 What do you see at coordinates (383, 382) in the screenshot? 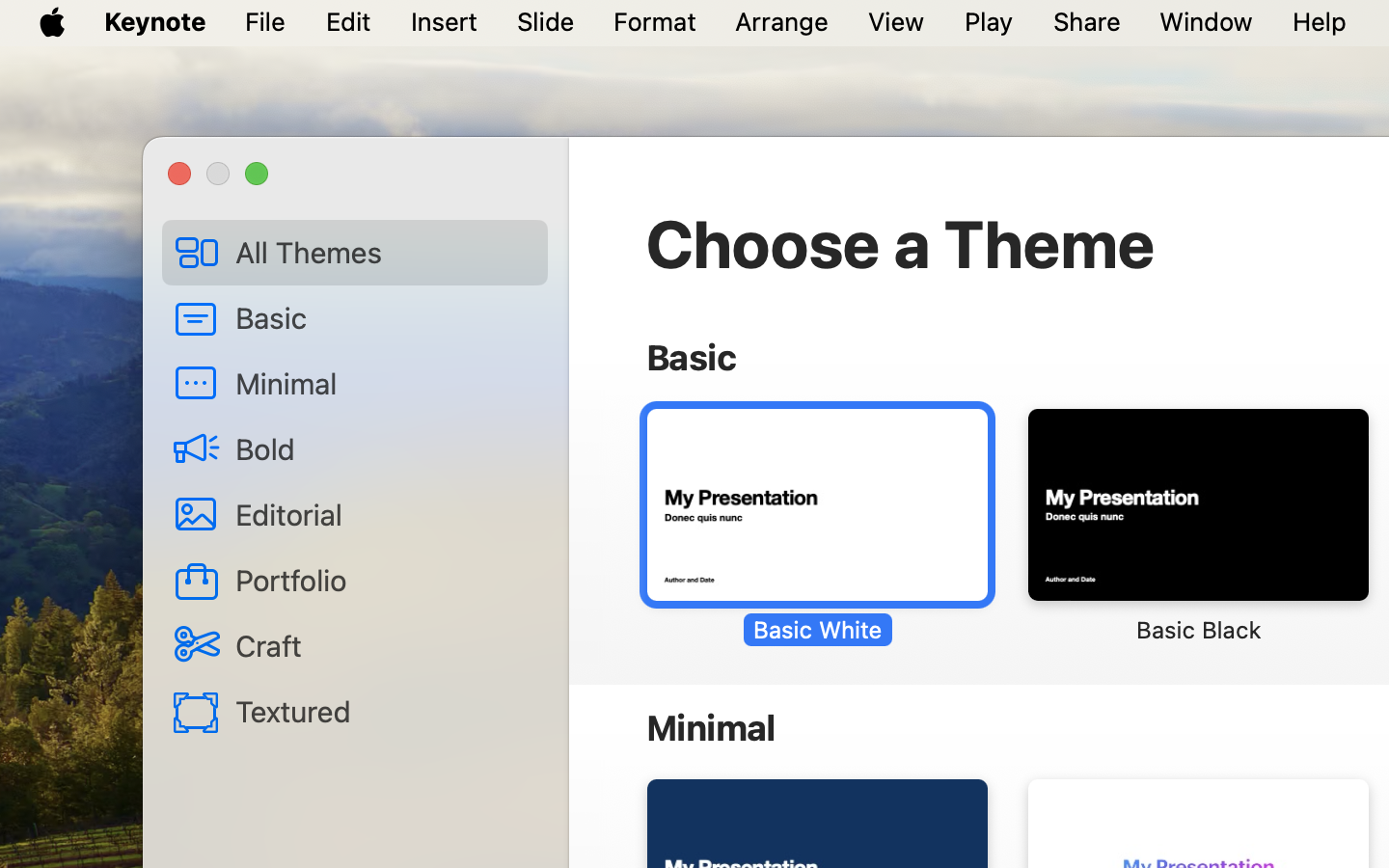
I see `'Minimal'` at bounding box center [383, 382].